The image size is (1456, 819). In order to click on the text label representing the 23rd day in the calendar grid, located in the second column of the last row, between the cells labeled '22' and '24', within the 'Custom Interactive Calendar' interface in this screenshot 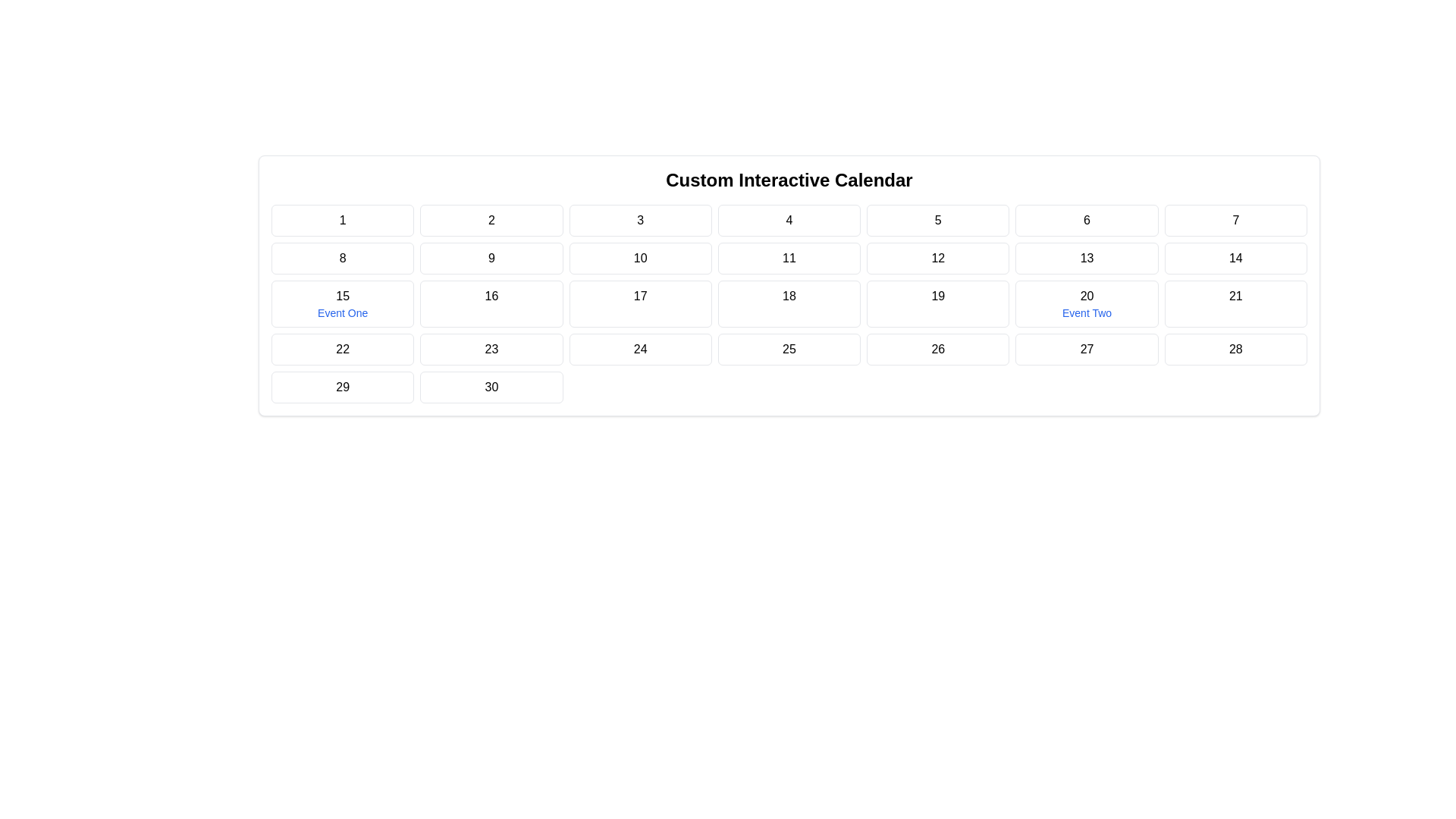, I will do `click(491, 350)`.